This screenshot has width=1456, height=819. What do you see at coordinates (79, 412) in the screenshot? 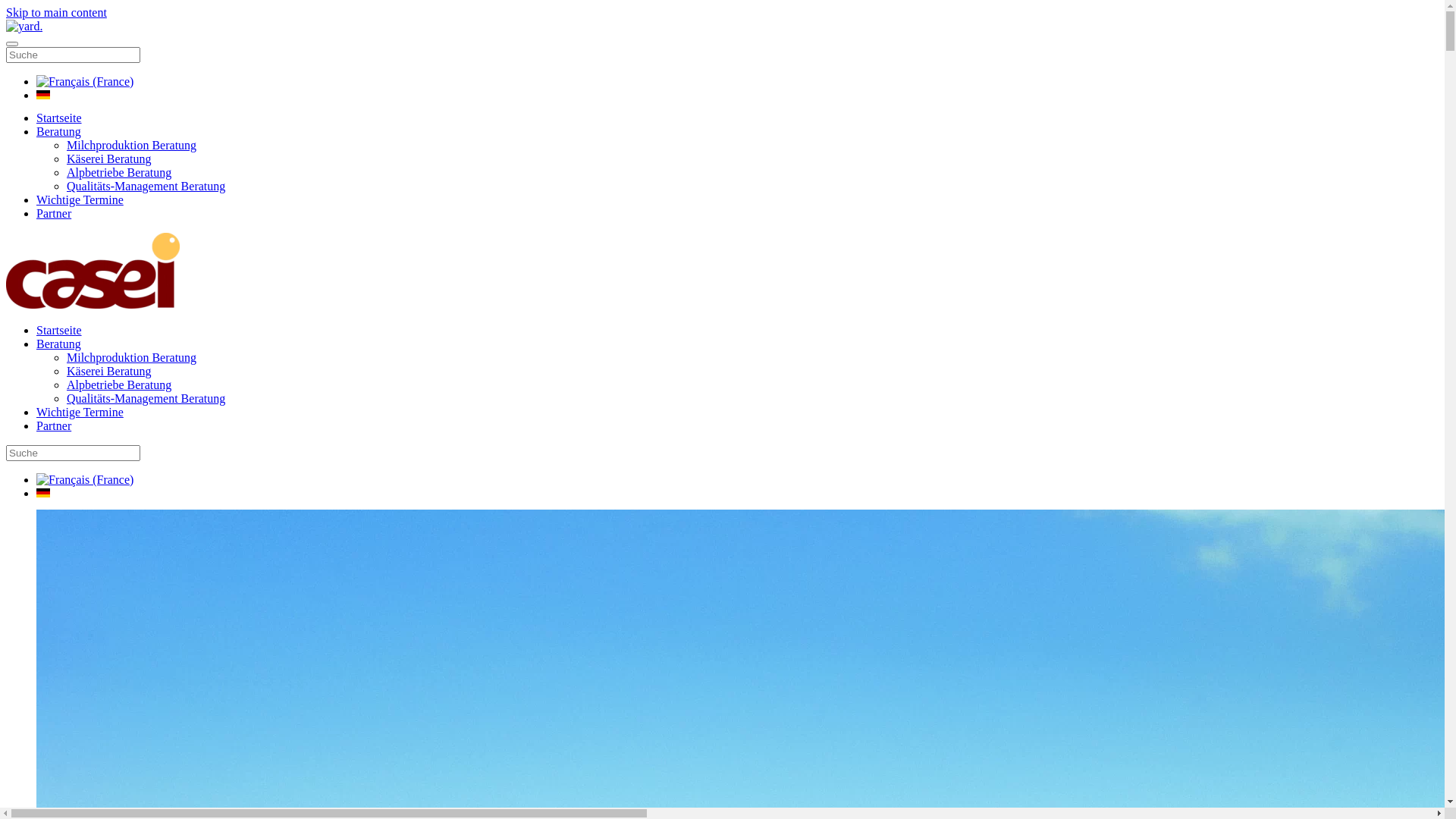
I see `'Wichtige Termine'` at bounding box center [79, 412].